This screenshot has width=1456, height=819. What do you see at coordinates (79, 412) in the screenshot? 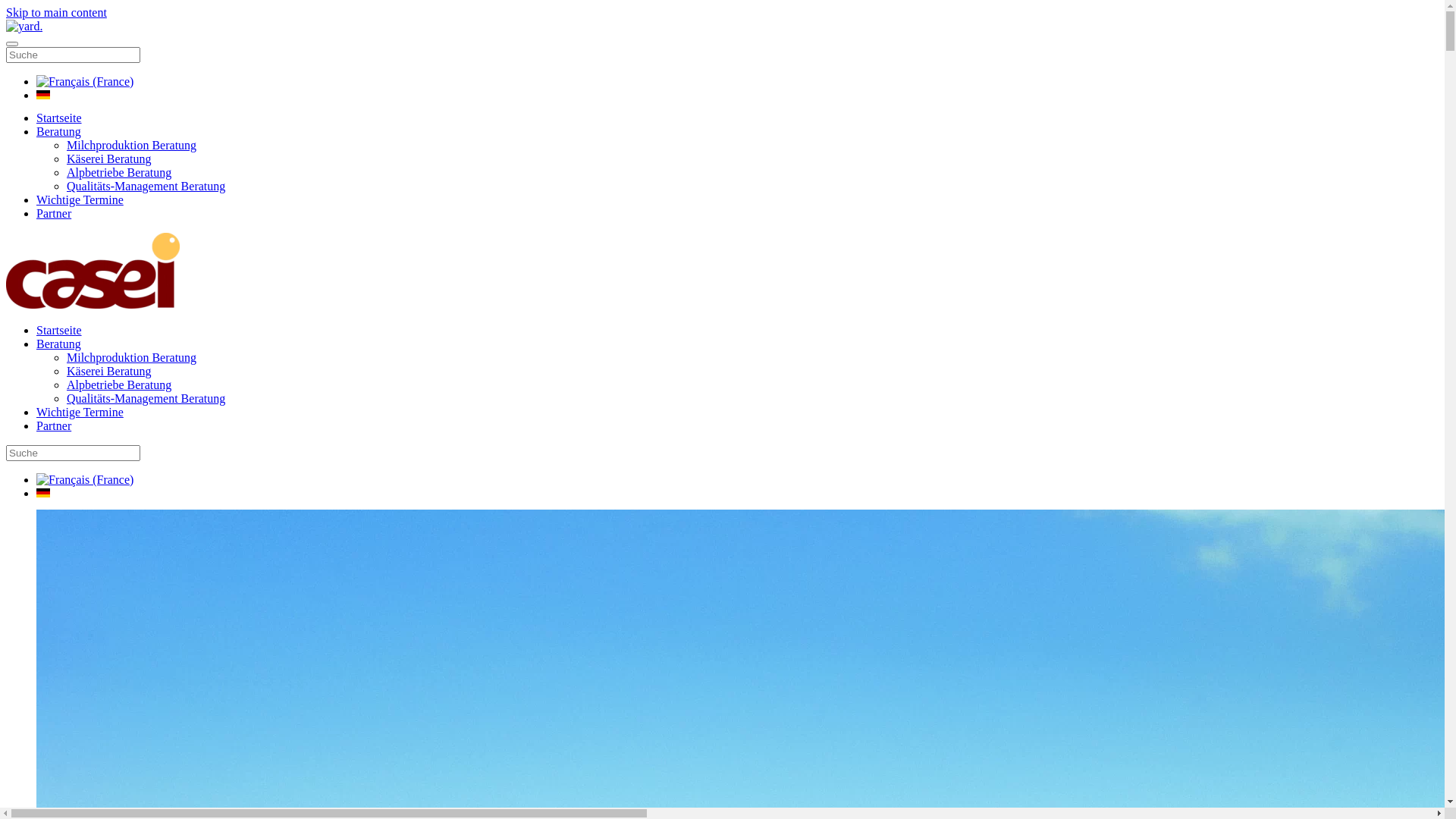
I see `'Wichtige Termine'` at bounding box center [79, 412].